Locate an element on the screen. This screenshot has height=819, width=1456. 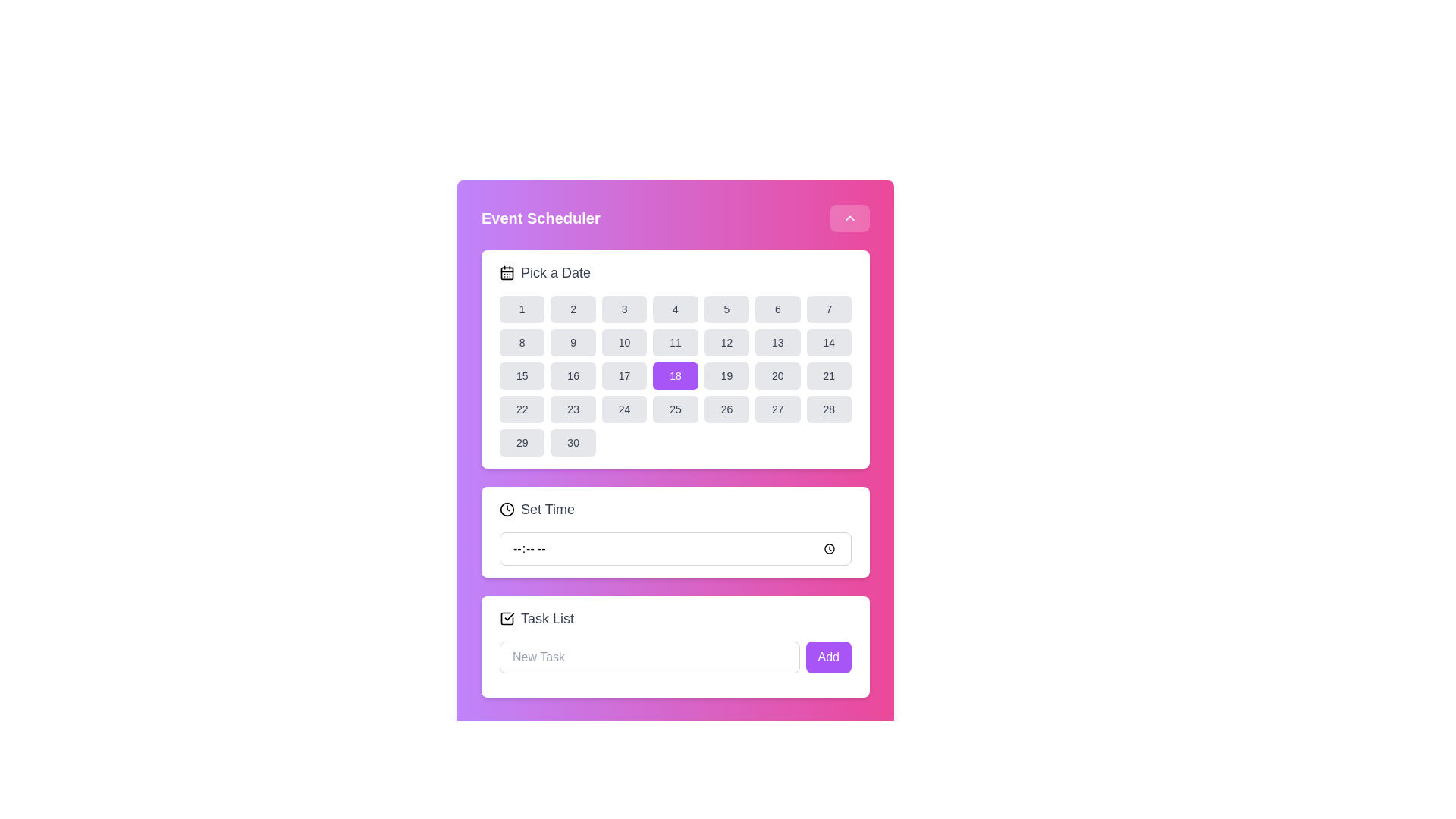
the button displaying the numeric text '3' in the 'Pick a Date' calendar interface is located at coordinates (624, 309).